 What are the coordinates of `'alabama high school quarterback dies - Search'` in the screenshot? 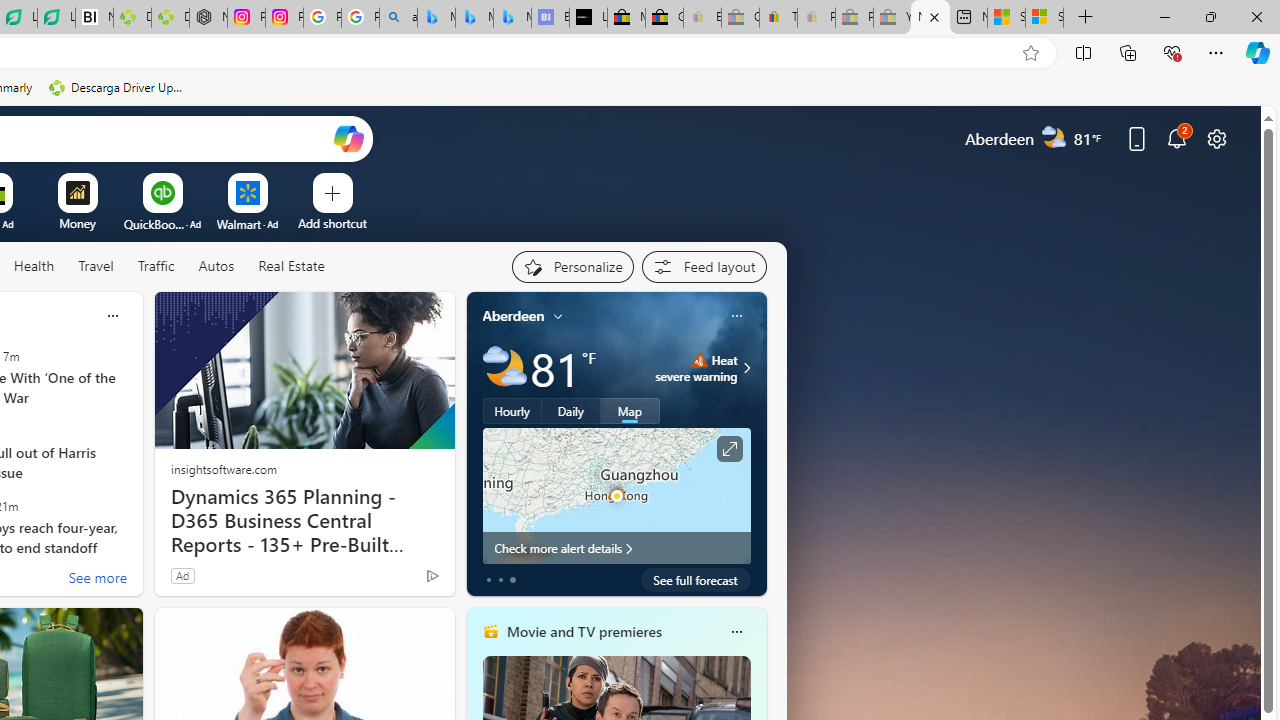 It's located at (398, 17).